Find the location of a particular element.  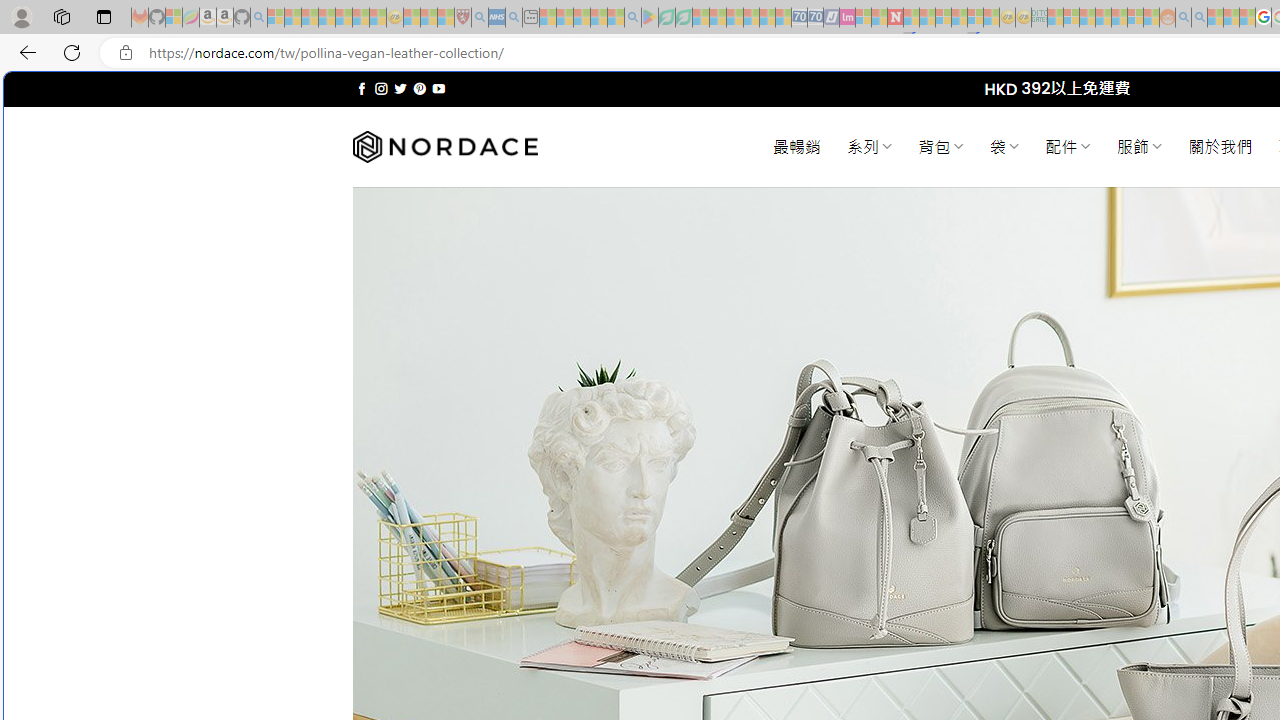

'Refresh' is located at coordinates (72, 51).